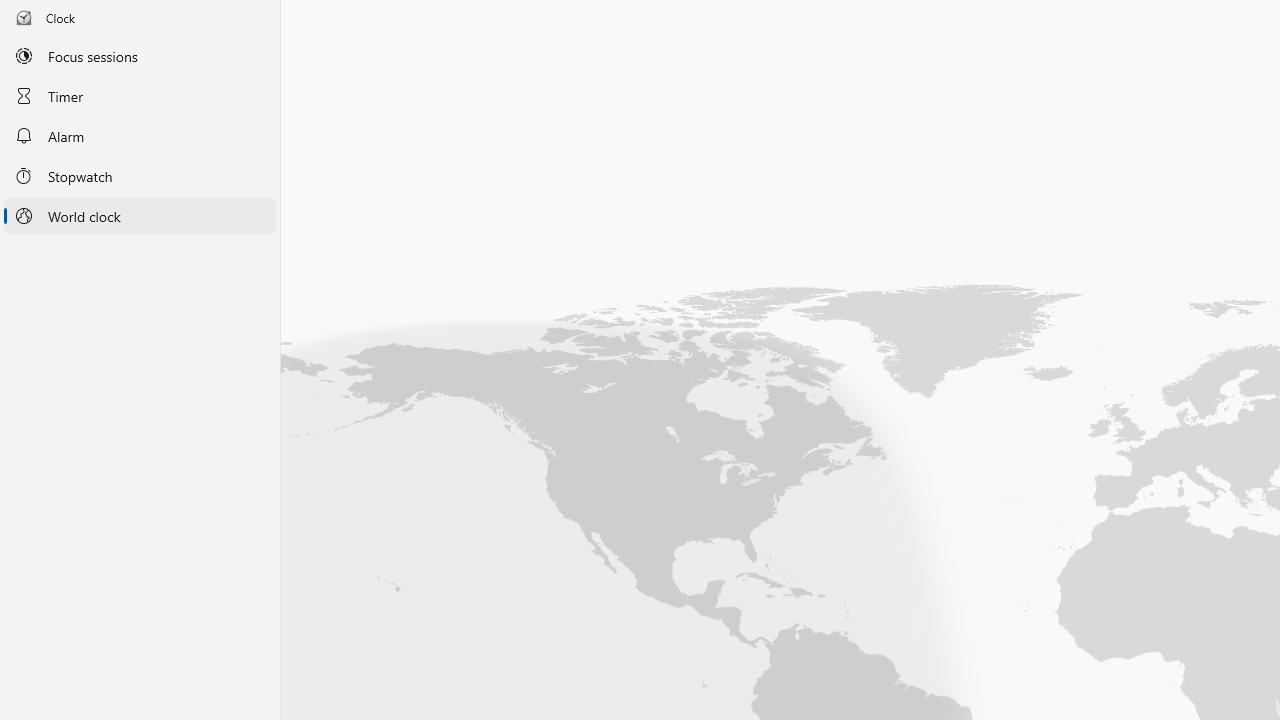 This screenshot has height=720, width=1280. I want to click on 'Alarm', so click(139, 135).